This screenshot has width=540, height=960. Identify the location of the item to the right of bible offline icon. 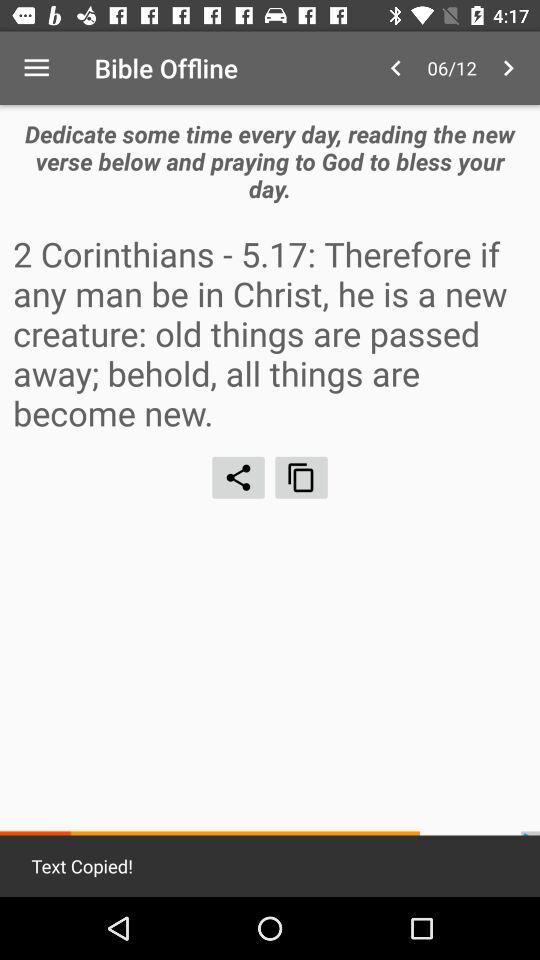
(395, 68).